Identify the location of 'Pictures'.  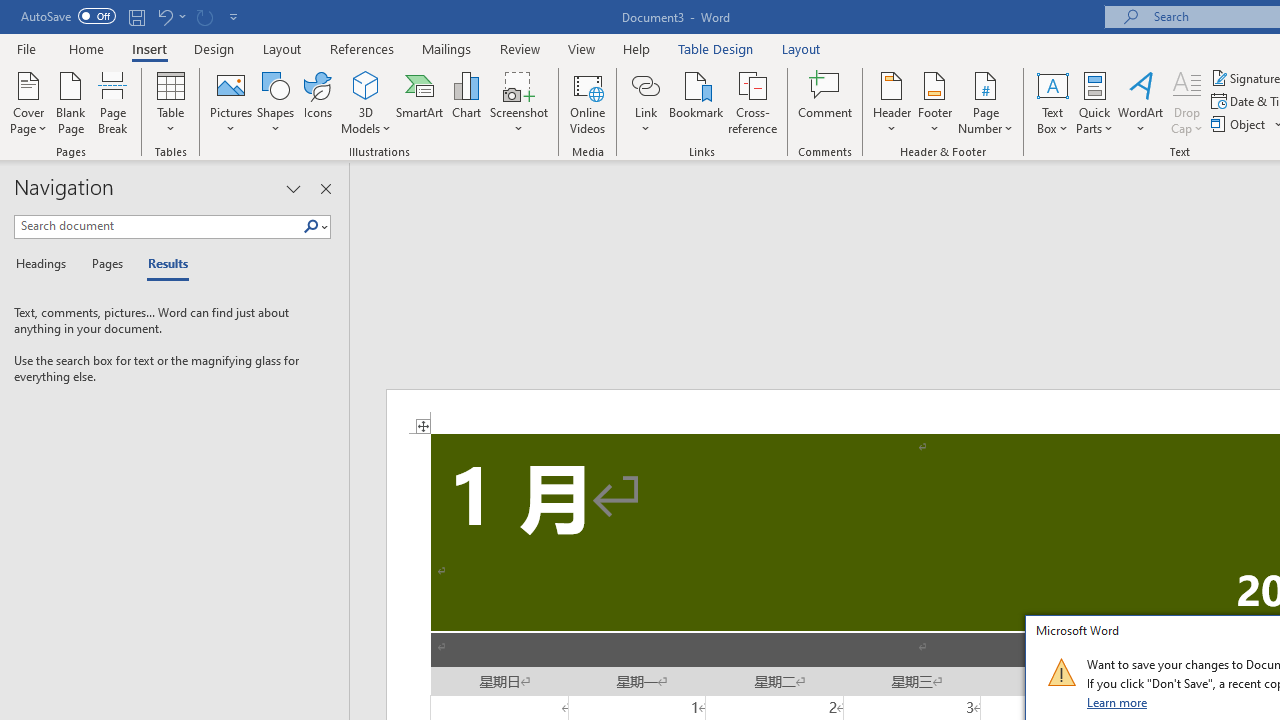
(231, 103).